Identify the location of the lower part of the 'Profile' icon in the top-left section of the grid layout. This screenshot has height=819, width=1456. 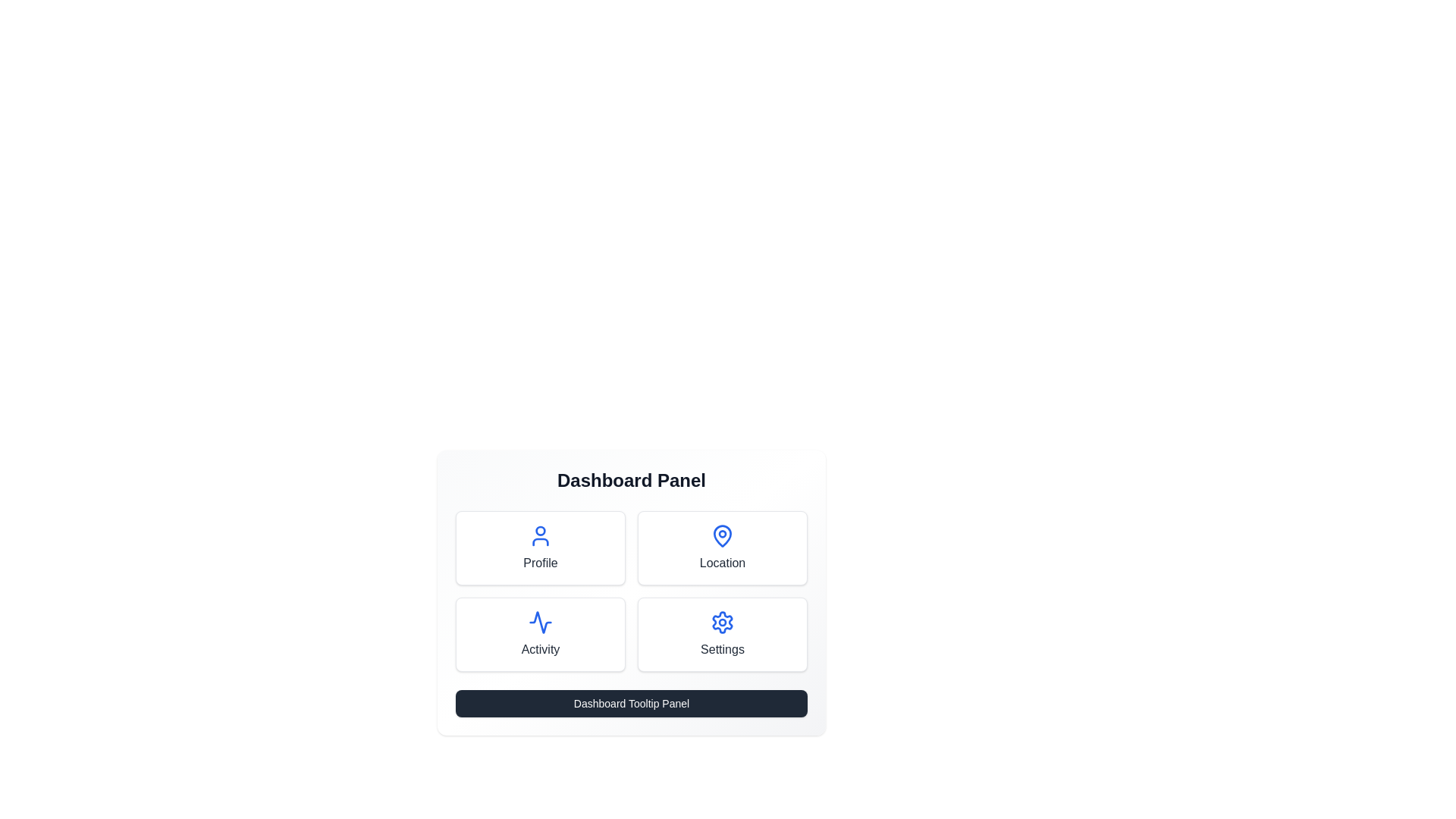
(541, 541).